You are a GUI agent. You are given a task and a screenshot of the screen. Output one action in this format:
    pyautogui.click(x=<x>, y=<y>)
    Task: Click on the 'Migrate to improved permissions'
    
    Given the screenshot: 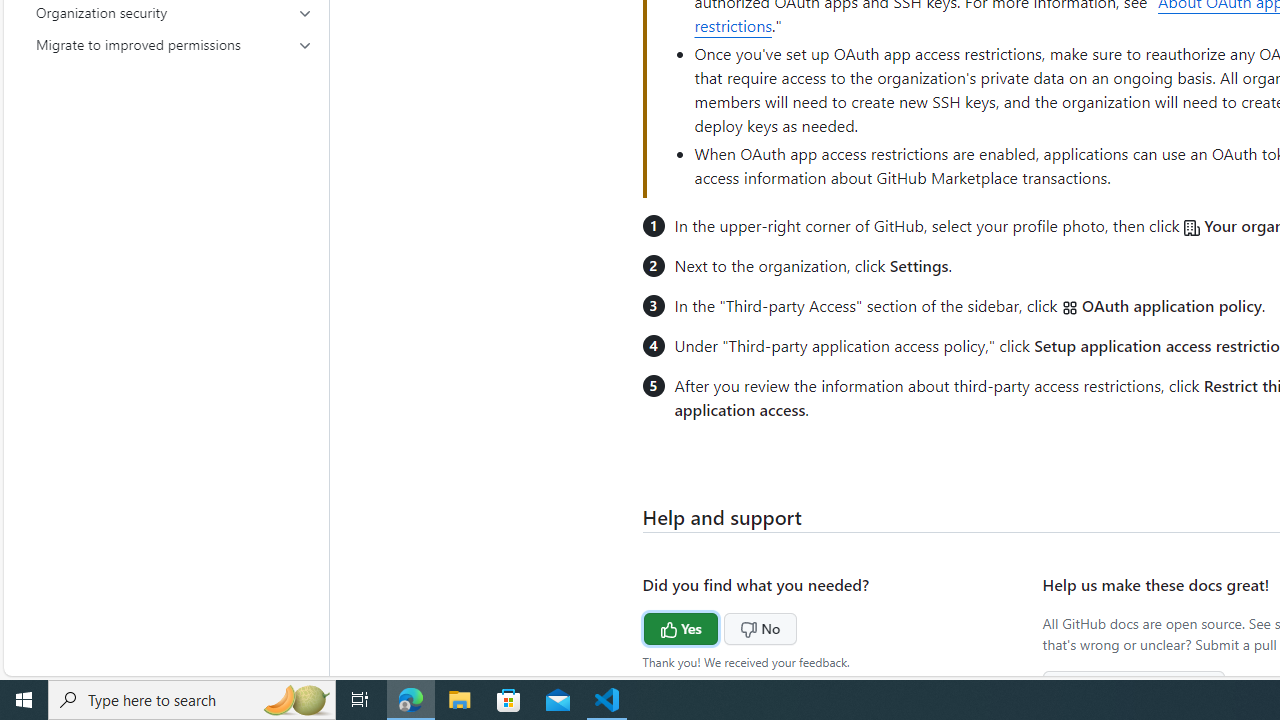 What is the action you would take?
    pyautogui.click(x=174, y=45)
    